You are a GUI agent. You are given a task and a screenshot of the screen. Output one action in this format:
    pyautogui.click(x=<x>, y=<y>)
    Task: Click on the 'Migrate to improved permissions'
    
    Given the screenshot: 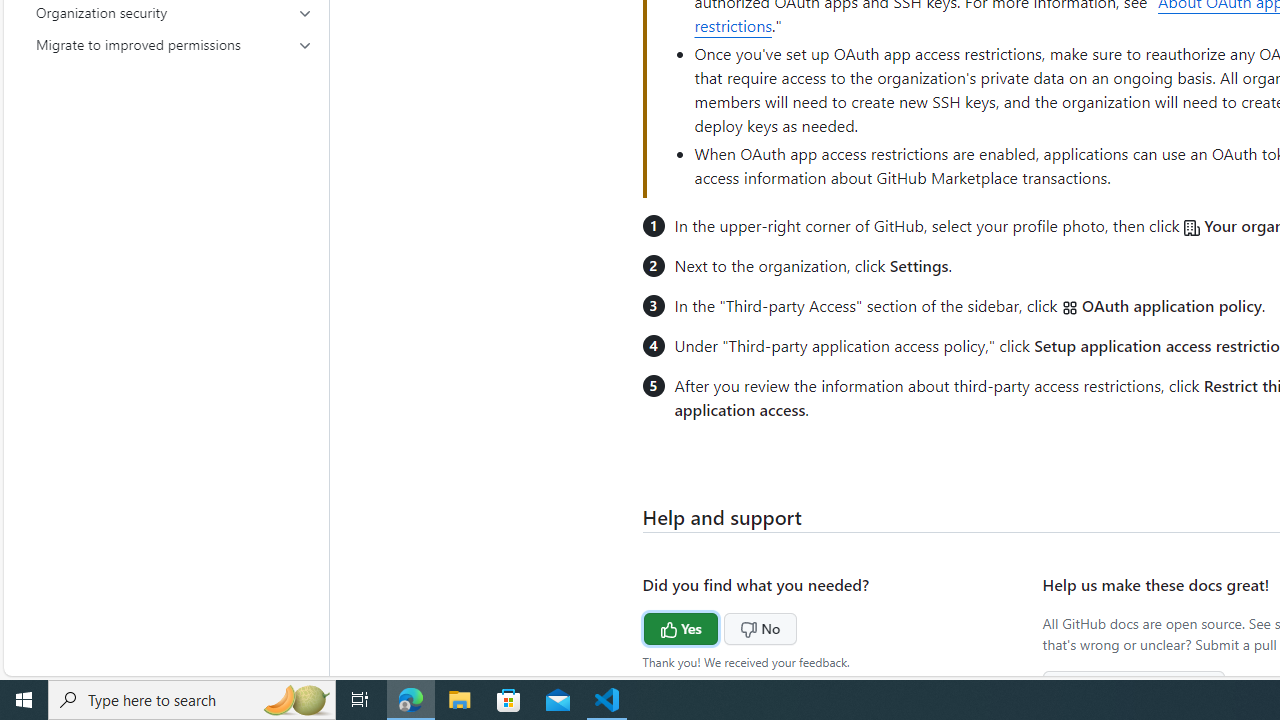 What is the action you would take?
    pyautogui.click(x=174, y=45)
    